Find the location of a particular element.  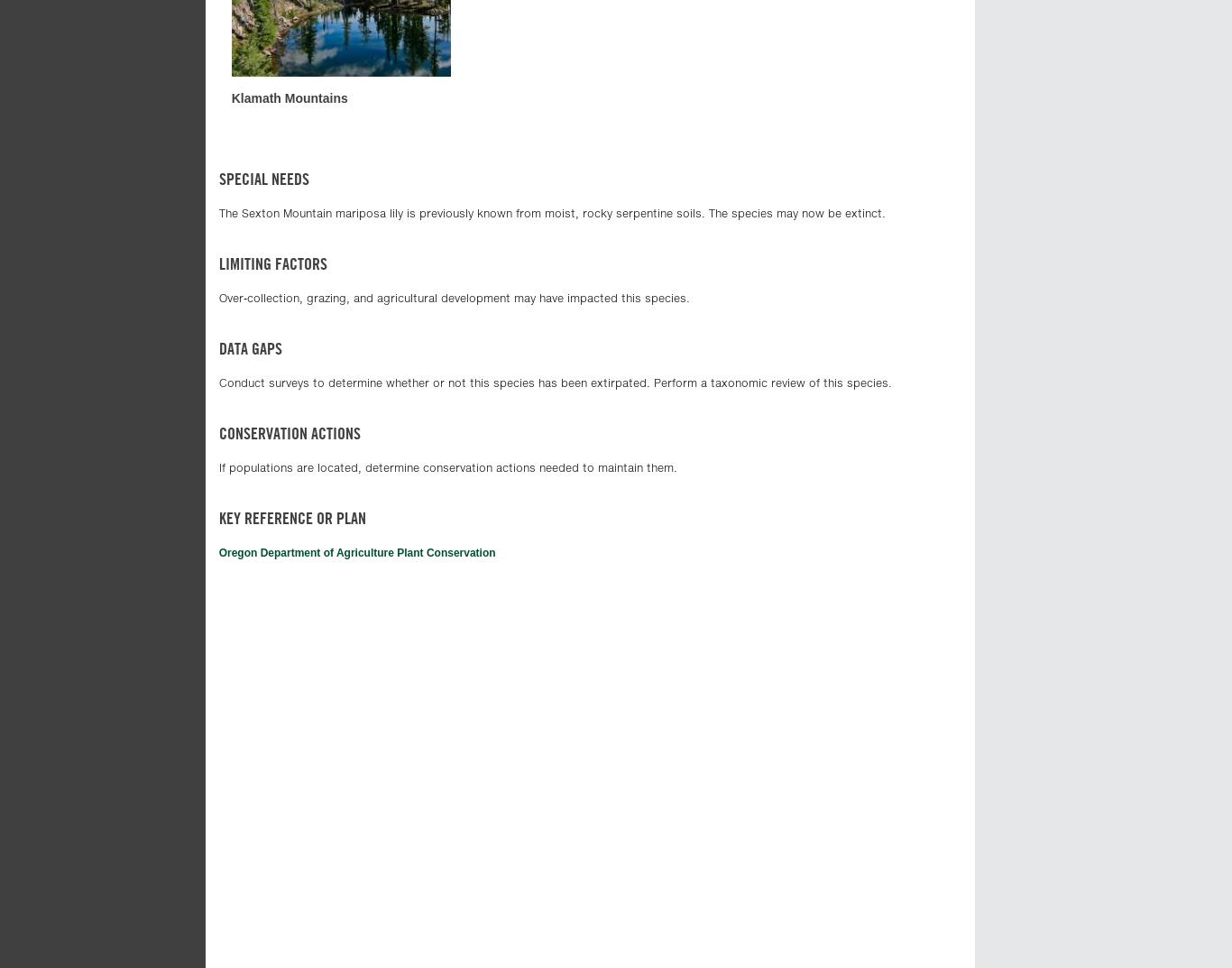

'The Sexton Mountain mariposa lily is previously known from moist, rocky serpentine soils. The species may now be extinct.' is located at coordinates (550, 213).